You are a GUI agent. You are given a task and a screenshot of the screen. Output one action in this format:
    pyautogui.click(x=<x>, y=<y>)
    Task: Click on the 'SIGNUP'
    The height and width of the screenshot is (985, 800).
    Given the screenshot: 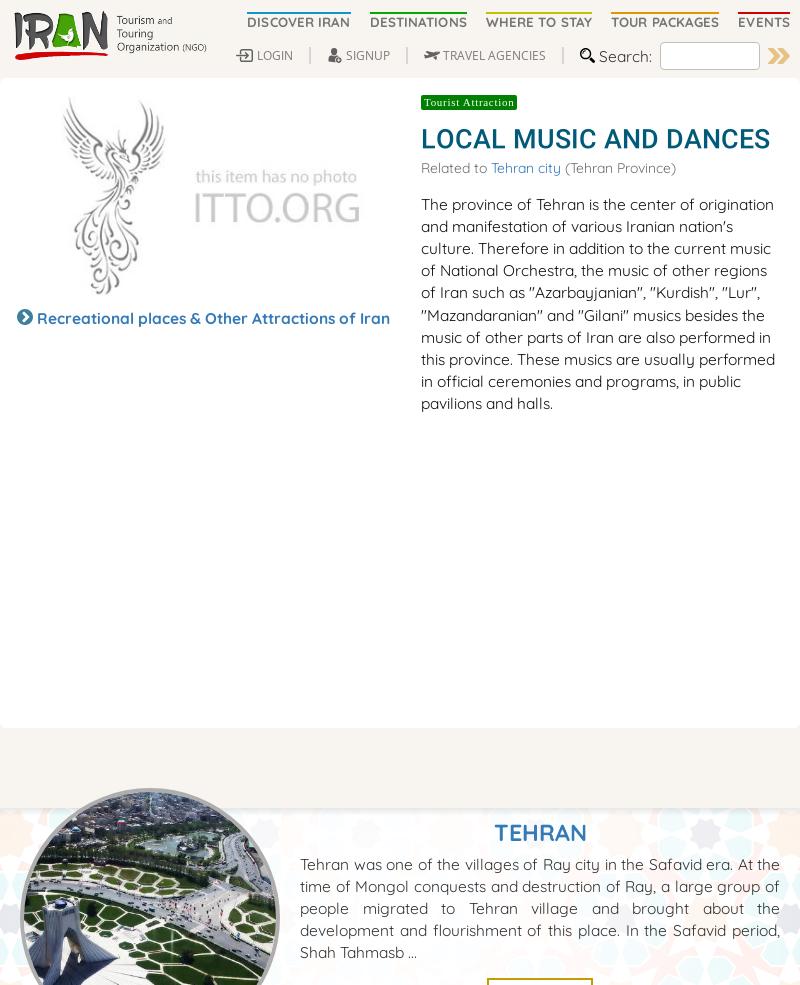 What is the action you would take?
    pyautogui.click(x=367, y=54)
    